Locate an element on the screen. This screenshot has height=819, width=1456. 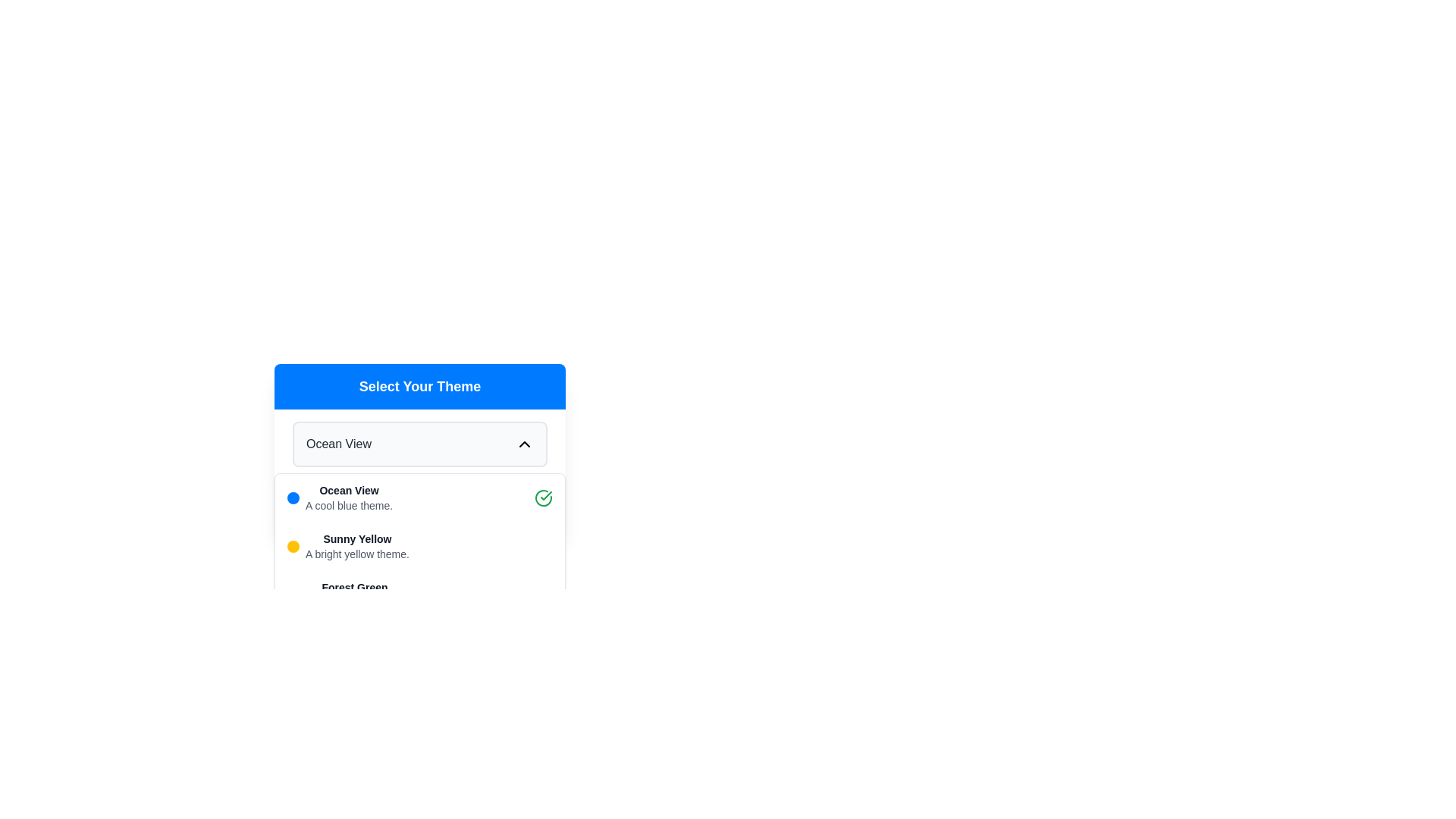
the static textual label reading 'A cool blue theme.' located below the 'Ocean View' text in the dropdown menu is located at coordinates (348, 506).